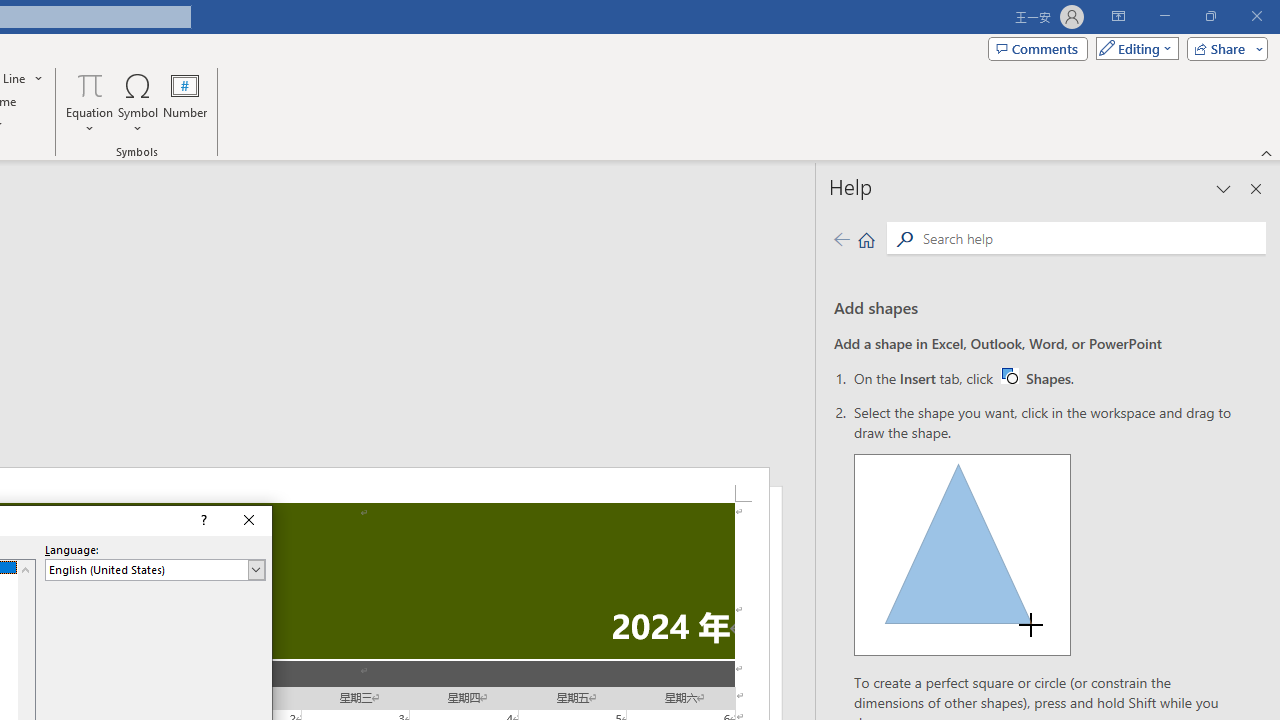  Describe the element at coordinates (89, 103) in the screenshot. I see `'Equation'` at that location.